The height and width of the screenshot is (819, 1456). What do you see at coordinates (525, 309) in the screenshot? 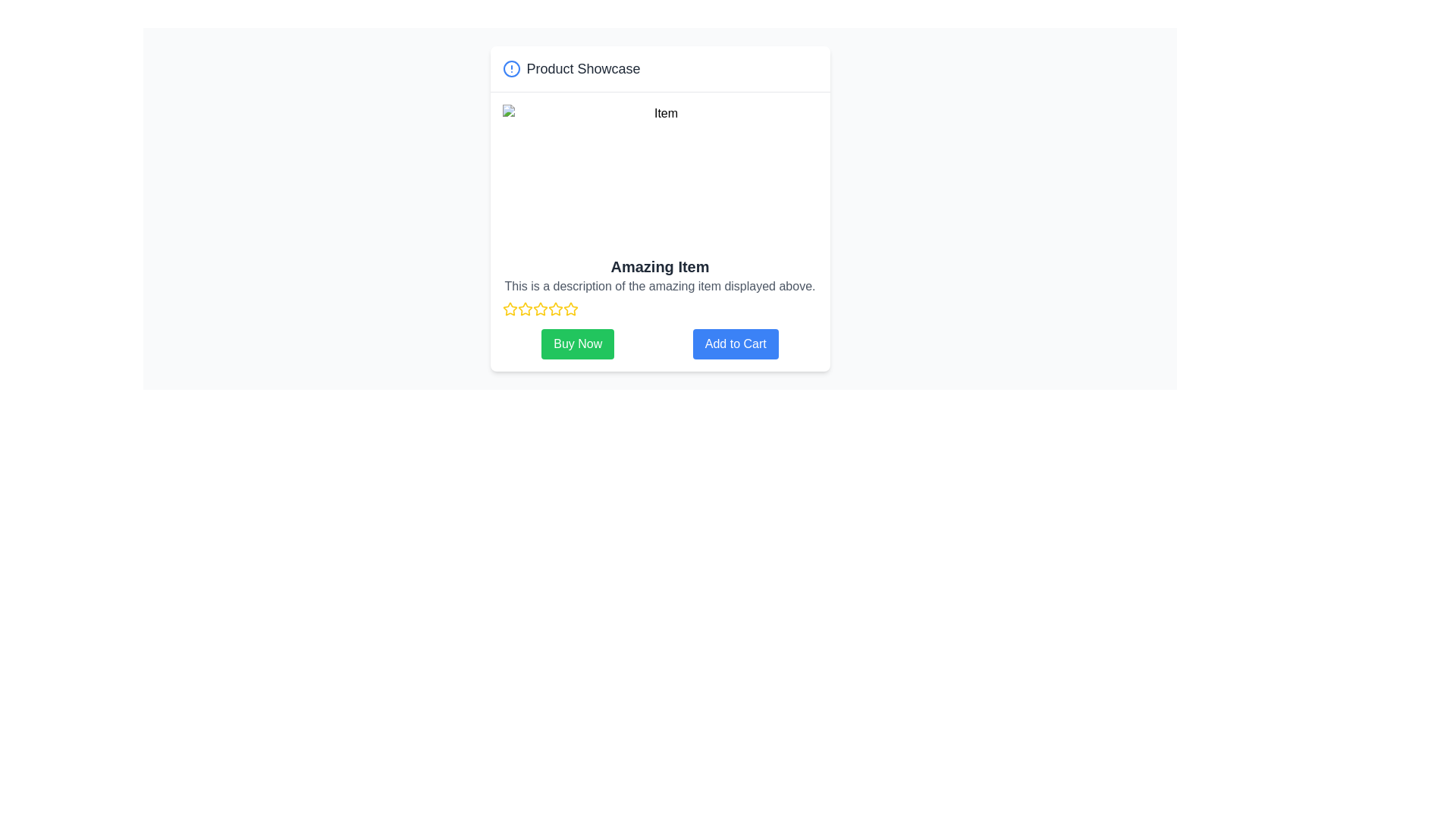
I see `the third star icon with a yellow outline in the rating system on the product display card` at bounding box center [525, 309].